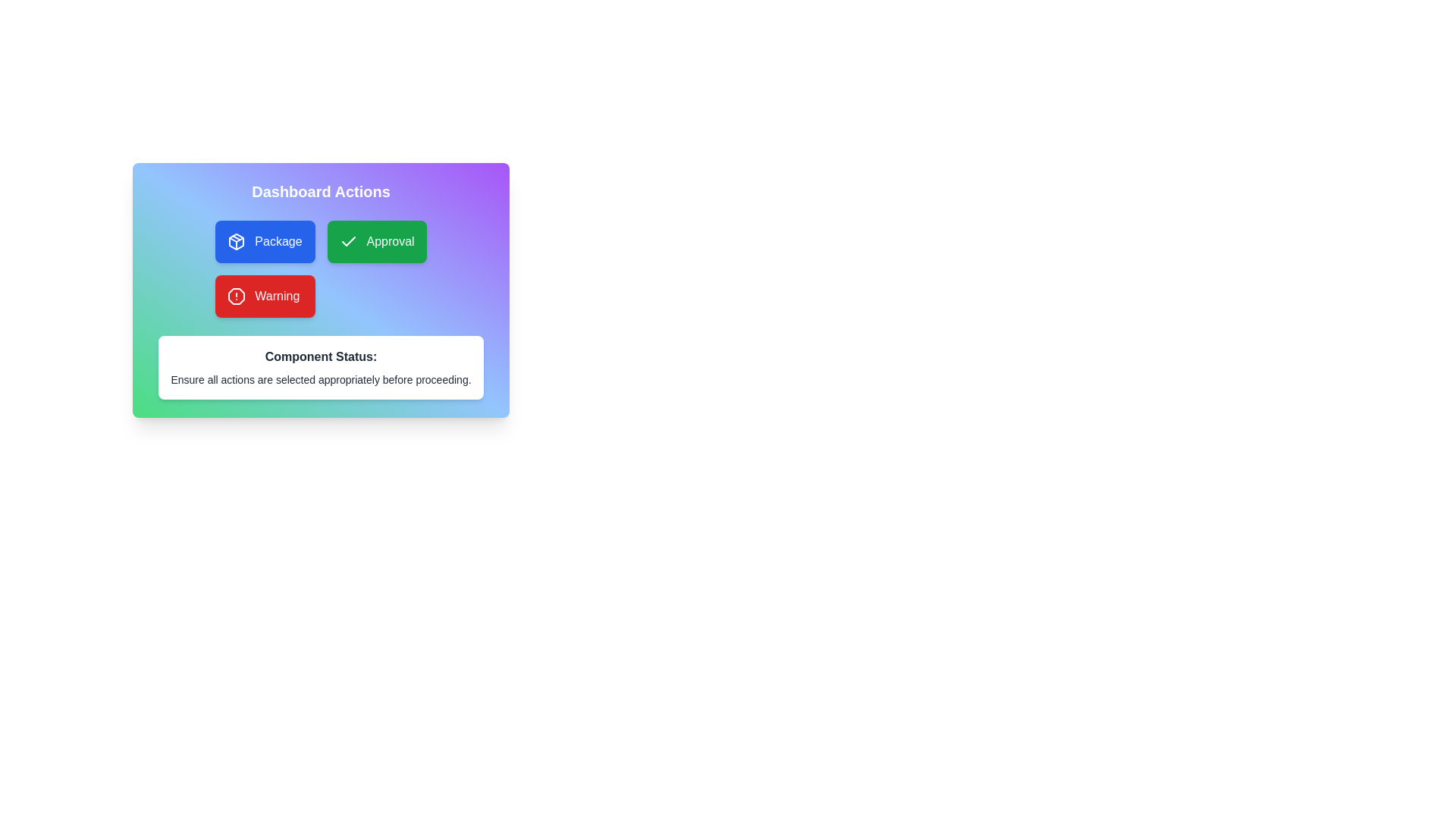  What do you see at coordinates (320, 379) in the screenshot?
I see `informational message located in the static text box, which is positioned below 'Component Status:' in the interface` at bounding box center [320, 379].